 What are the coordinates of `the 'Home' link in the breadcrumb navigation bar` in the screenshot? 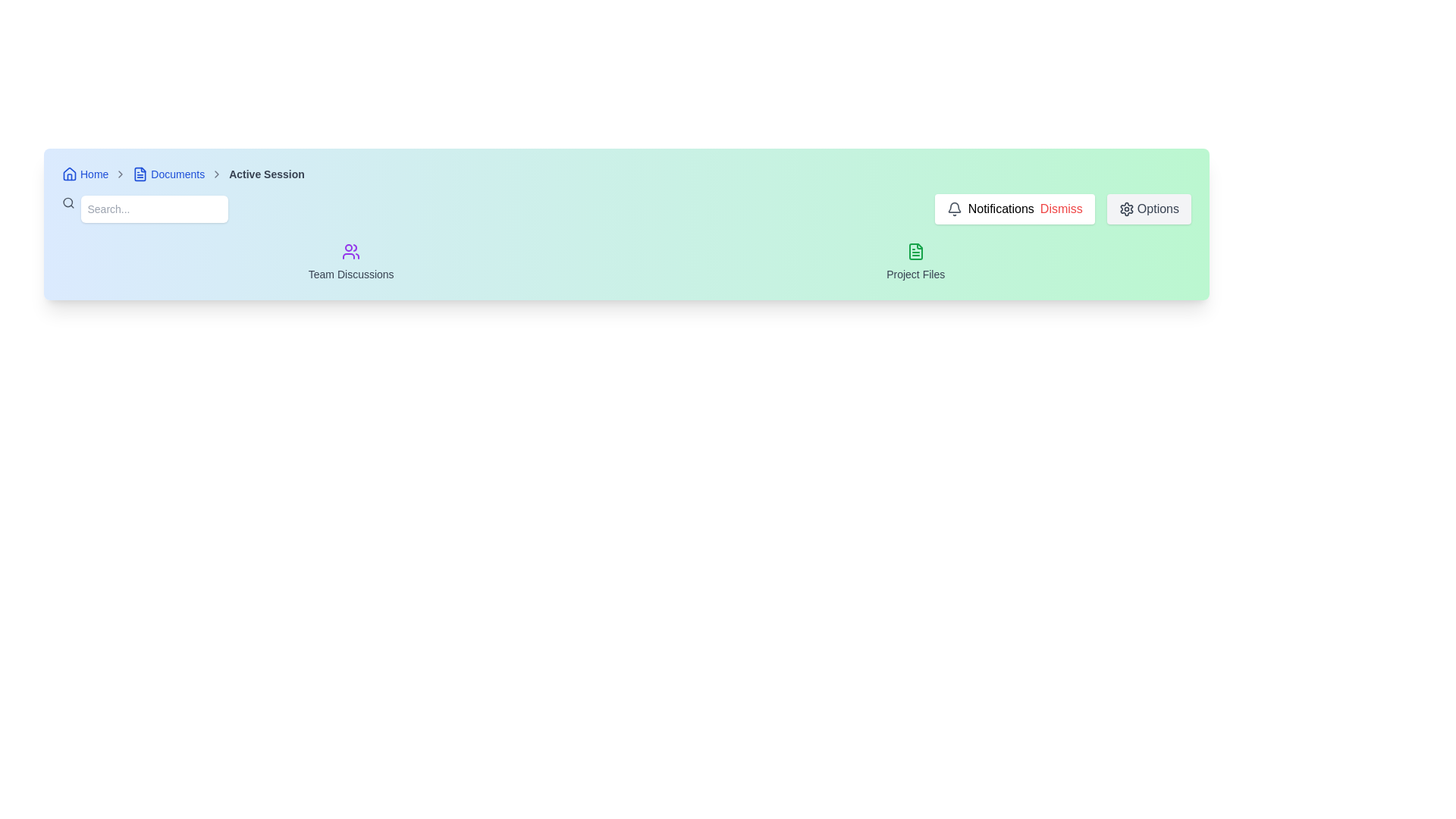 It's located at (84, 174).